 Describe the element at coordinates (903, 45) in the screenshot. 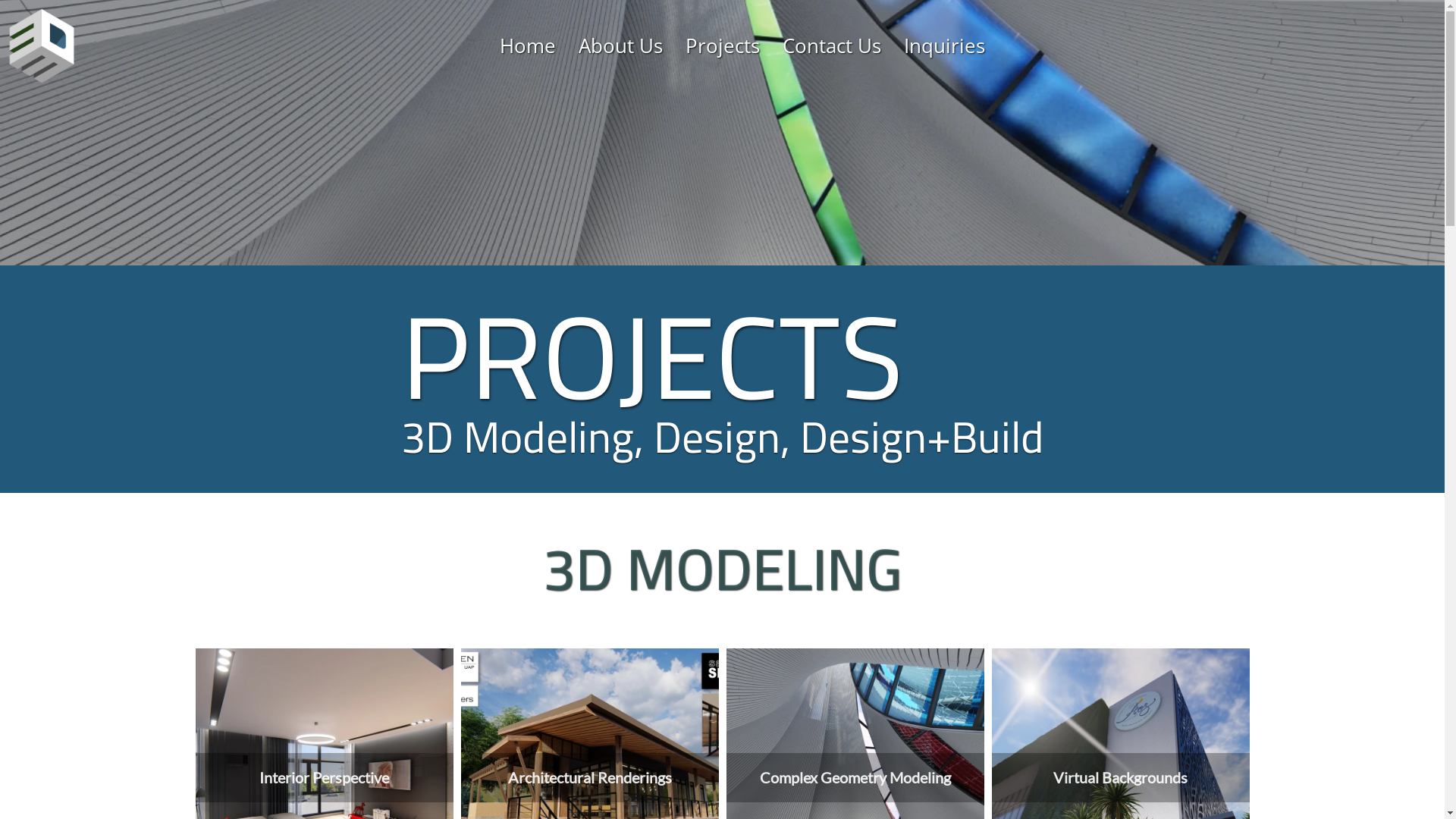

I see `'Inquiries'` at that location.